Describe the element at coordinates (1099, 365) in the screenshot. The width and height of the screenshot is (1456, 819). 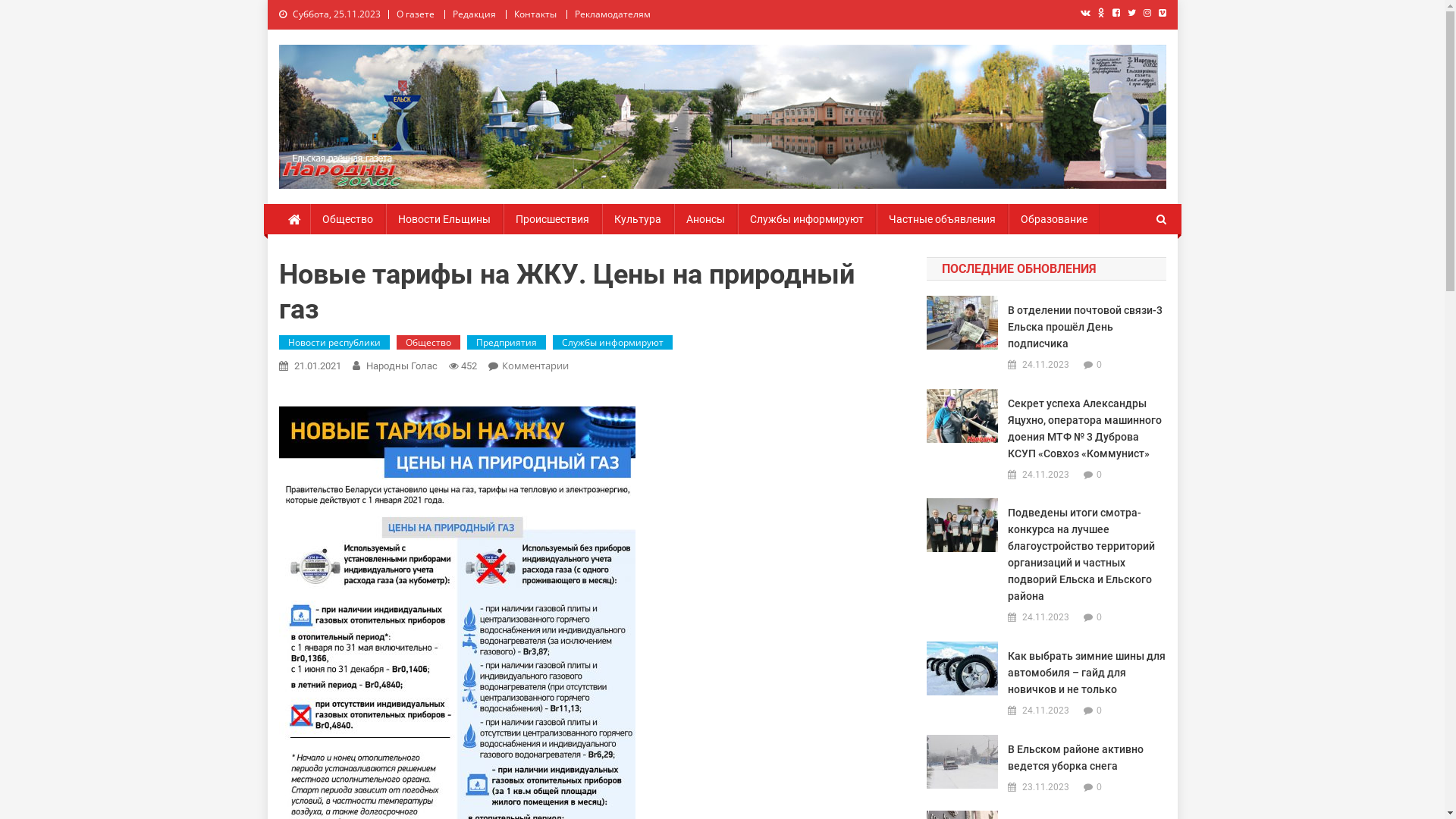
I see `'0'` at that location.